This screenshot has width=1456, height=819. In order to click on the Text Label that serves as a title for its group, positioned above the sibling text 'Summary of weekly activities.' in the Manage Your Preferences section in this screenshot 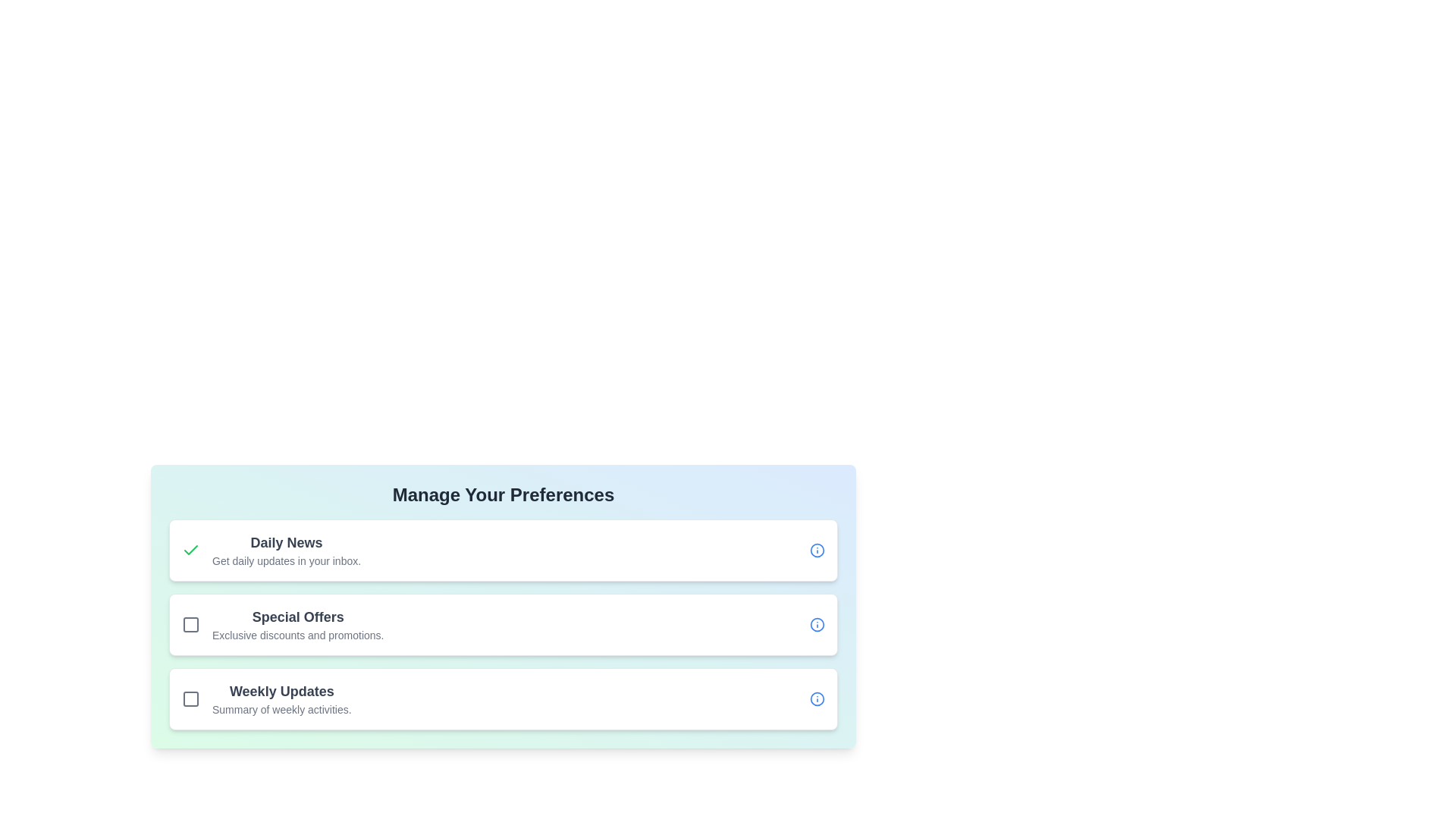, I will do `click(281, 691)`.